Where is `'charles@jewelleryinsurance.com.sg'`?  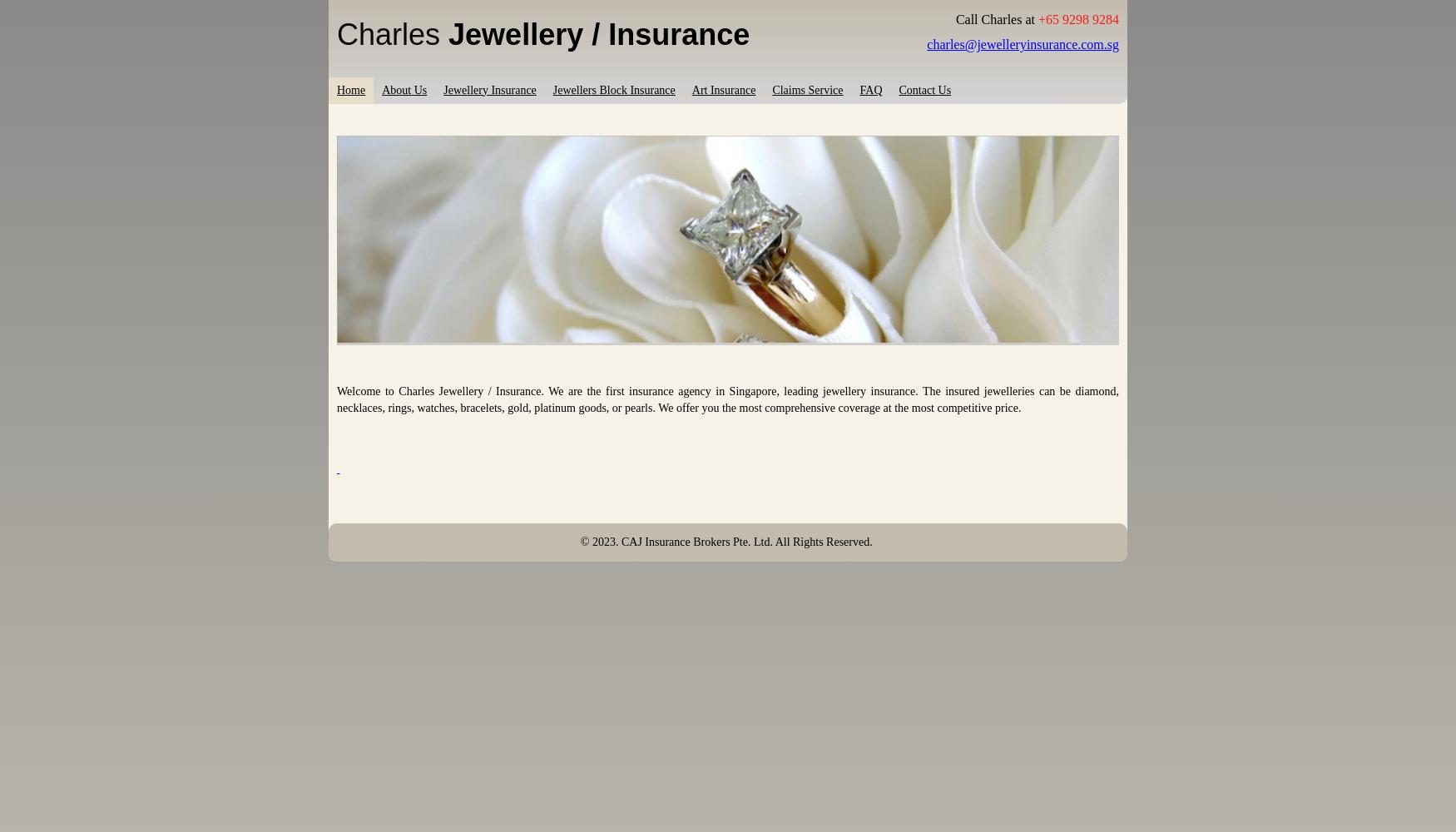 'charles@jewelleryinsurance.com.sg' is located at coordinates (927, 44).